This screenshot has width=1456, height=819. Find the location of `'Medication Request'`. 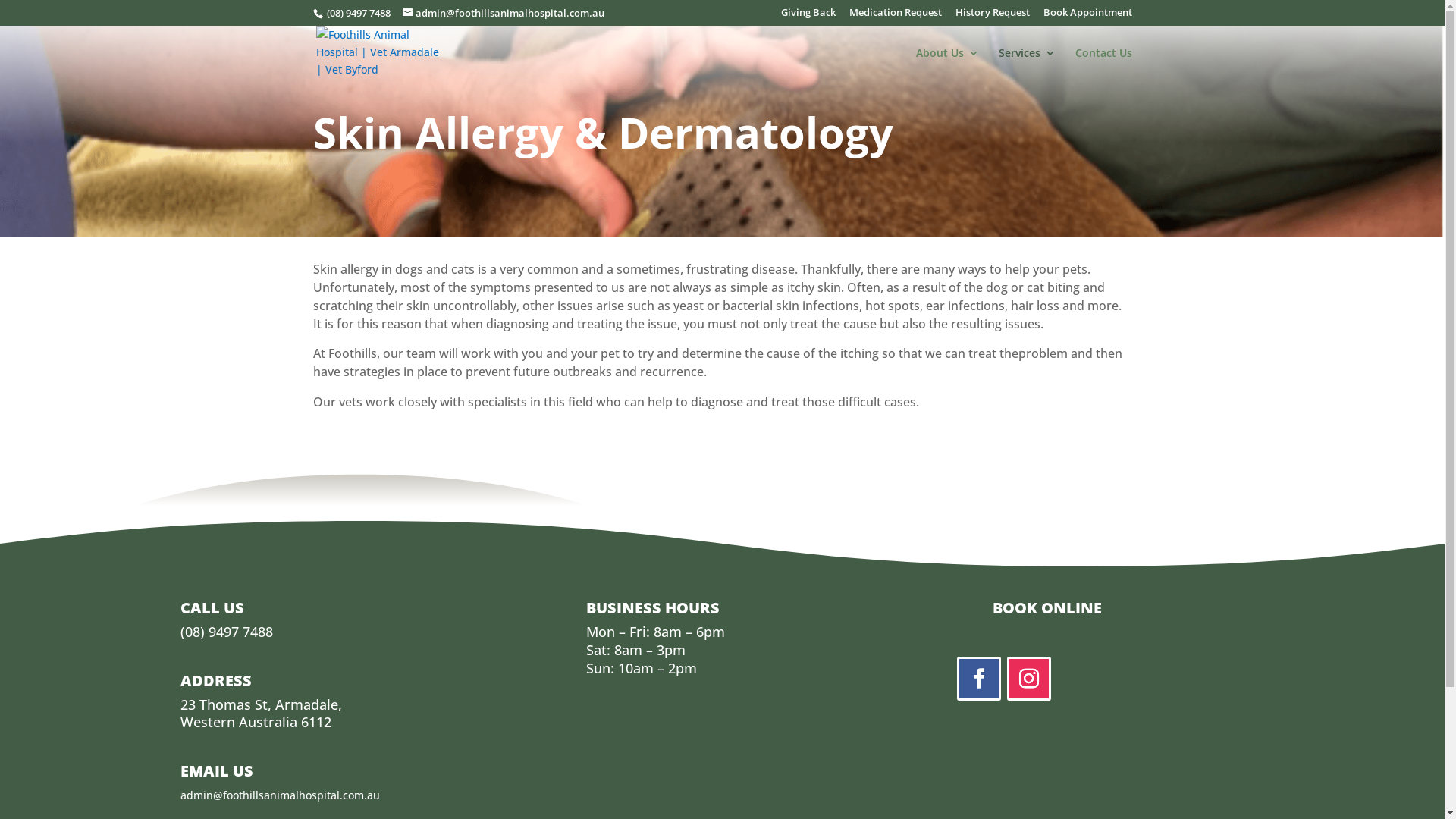

'Medication Request' is located at coordinates (895, 16).